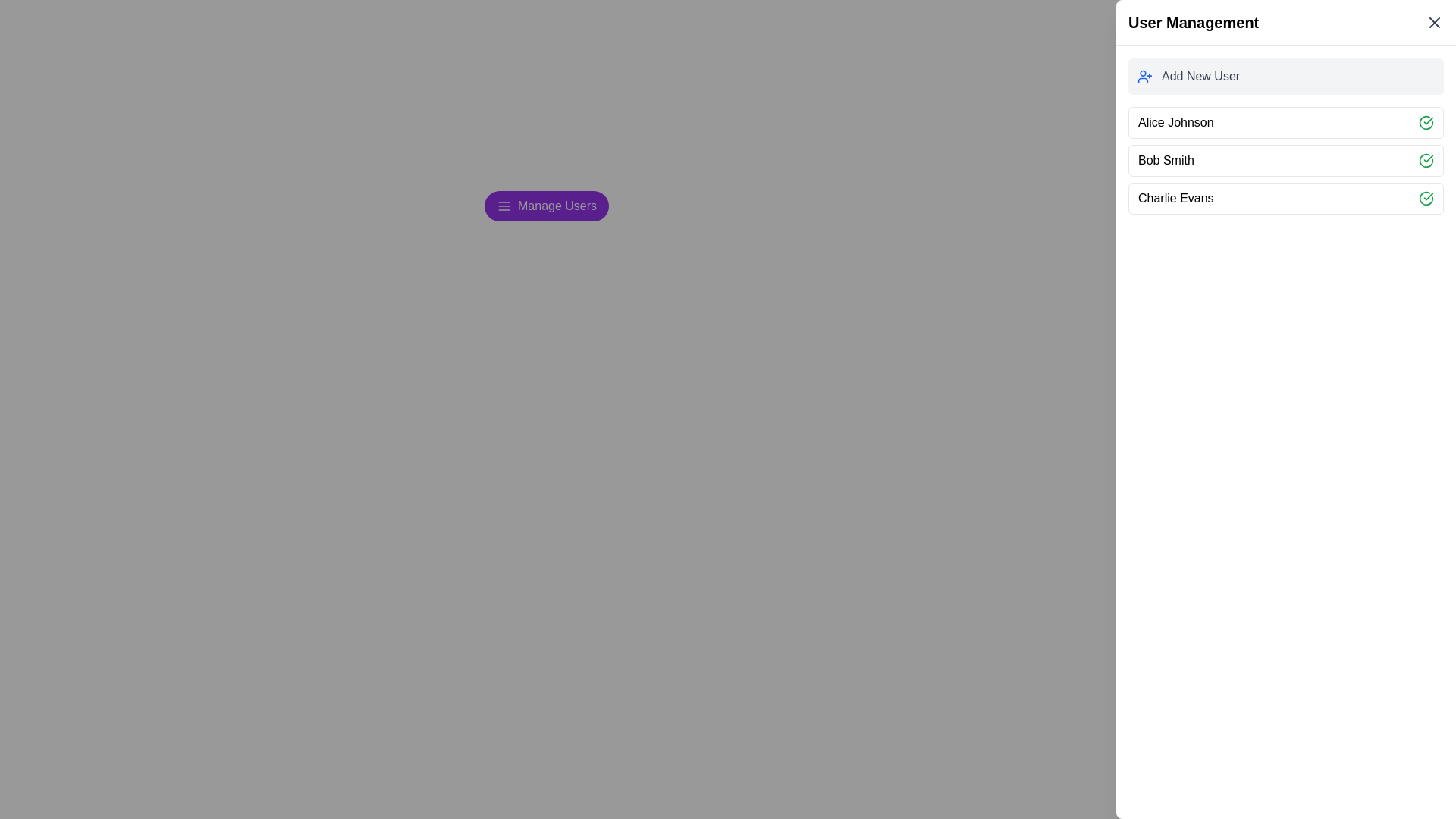  Describe the element at coordinates (1426, 161) in the screenshot. I see `the circular icon with a check mark symbol located to the right of 'Charlie Evans' in the User Management panel` at that location.